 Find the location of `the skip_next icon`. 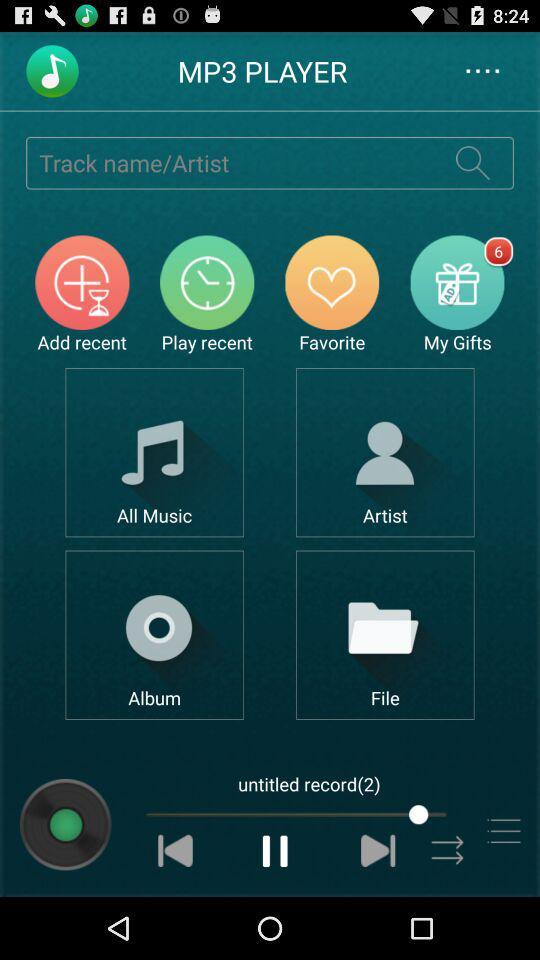

the skip_next icon is located at coordinates (378, 910).